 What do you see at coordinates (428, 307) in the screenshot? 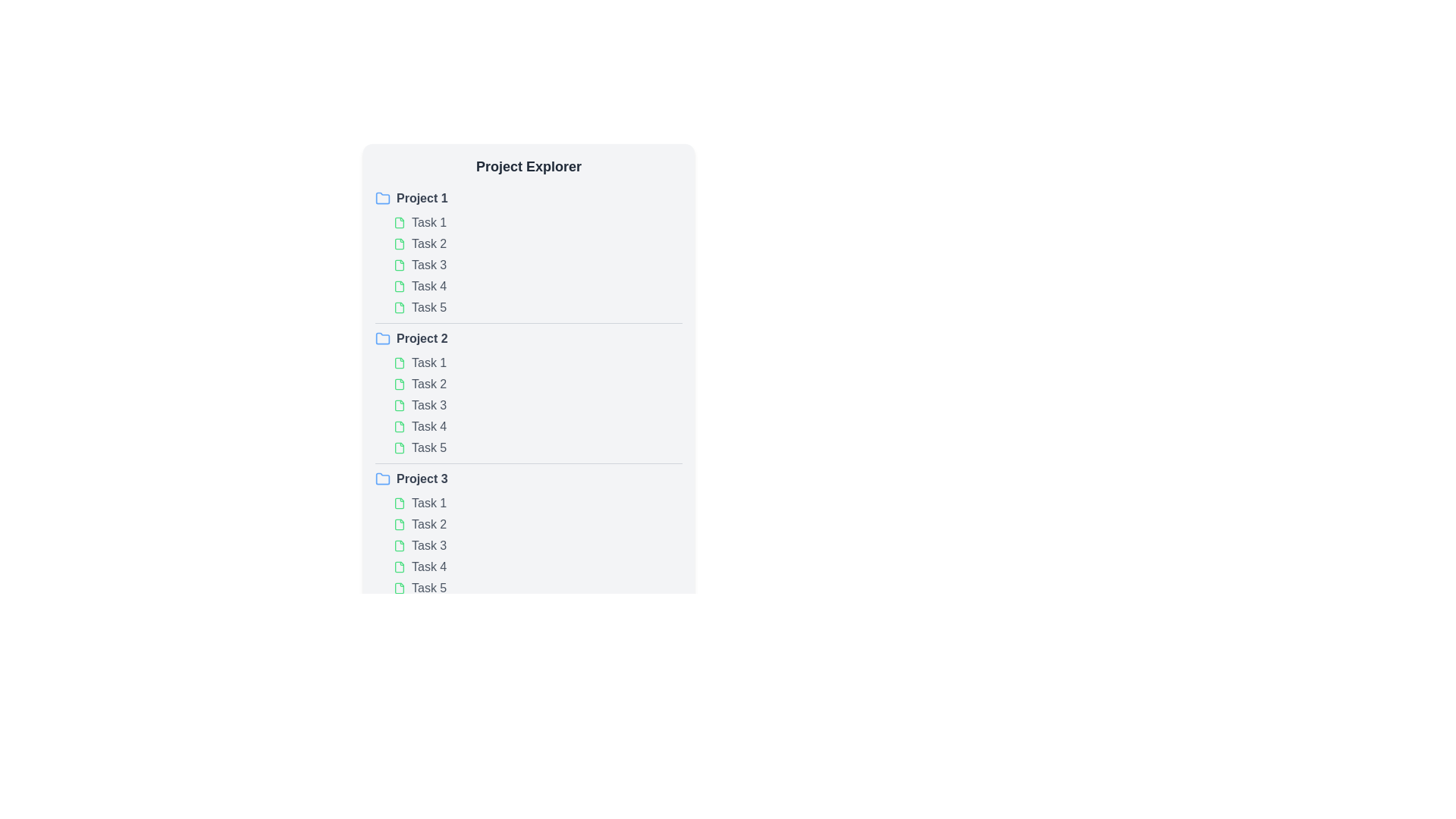
I see `the text label displaying 'Task 5'` at bounding box center [428, 307].